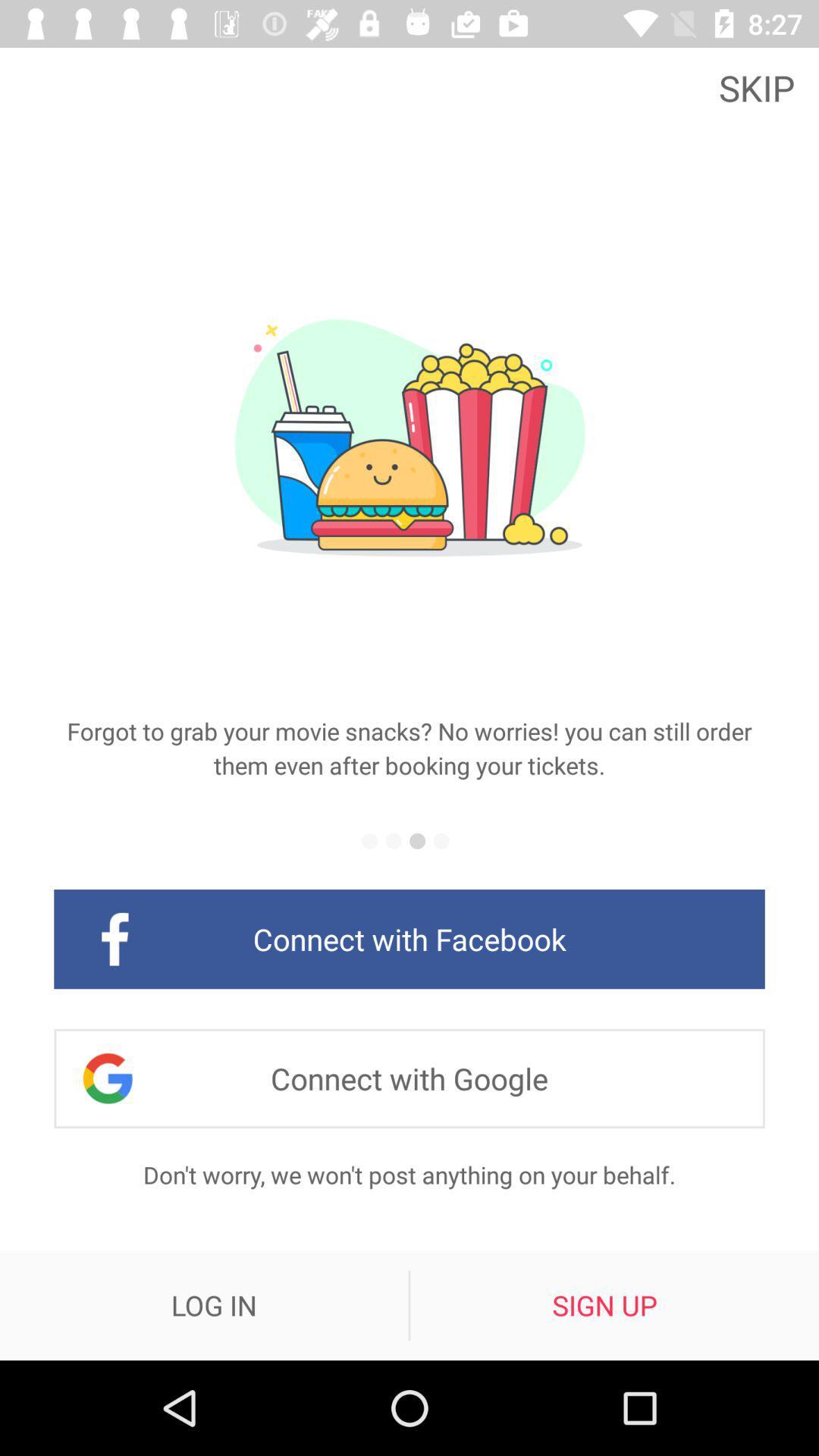 The width and height of the screenshot is (819, 1456). Describe the element at coordinates (604, 1304) in the screenshot. I see `item below don t worry` at that location.